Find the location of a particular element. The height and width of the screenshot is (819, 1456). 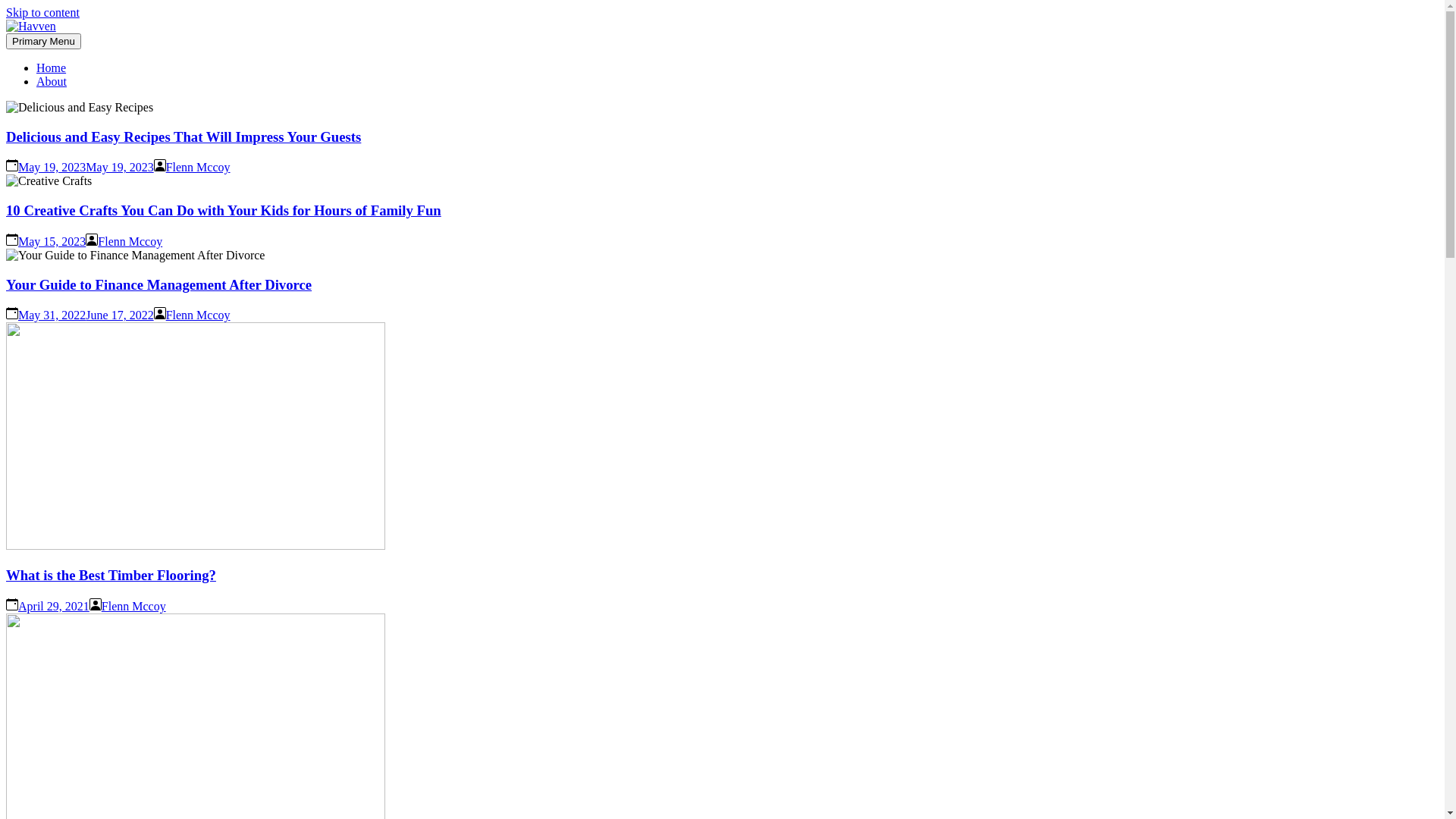

'Flenn Mccoy' is located at coordinates (197, 314).